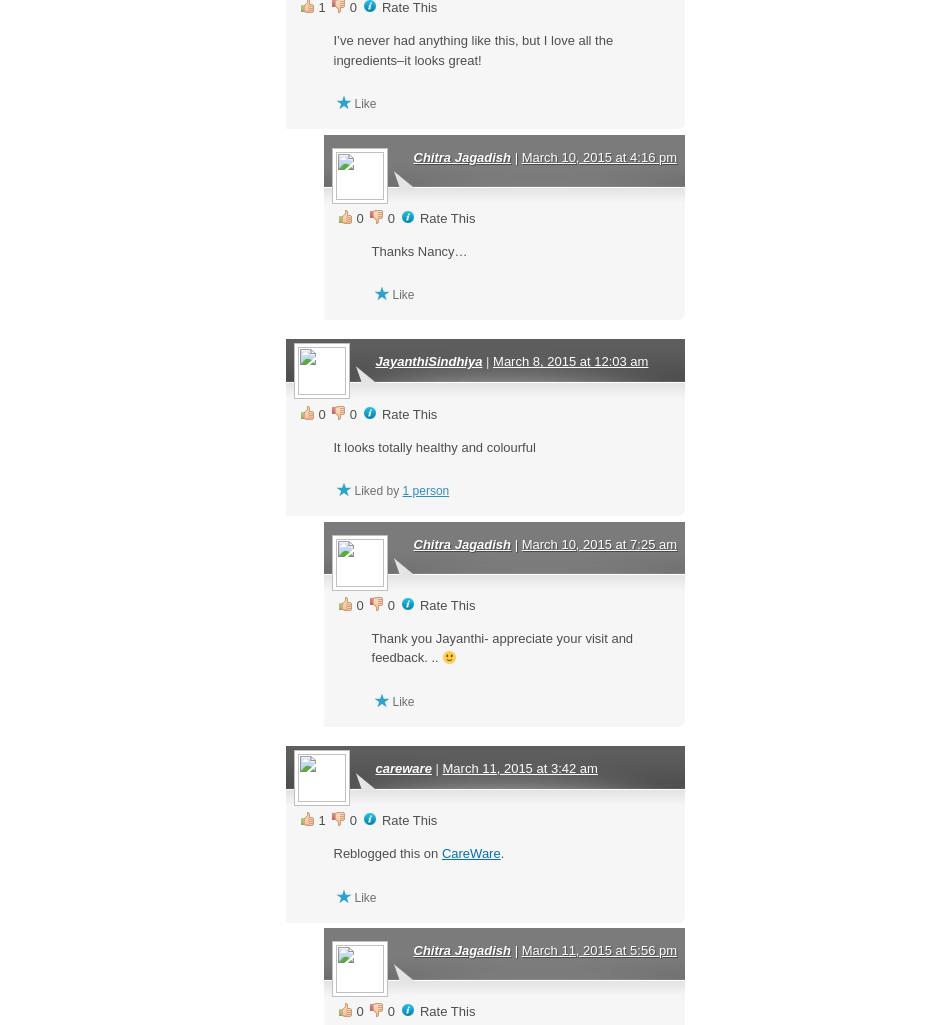 The width and height of the screenshot is (940, 1025). What do you see at coordinates (597, 542) in the screenshot?
I see `'March 10, 2015 at 7:25 am'` at bounding box center [597, 542].